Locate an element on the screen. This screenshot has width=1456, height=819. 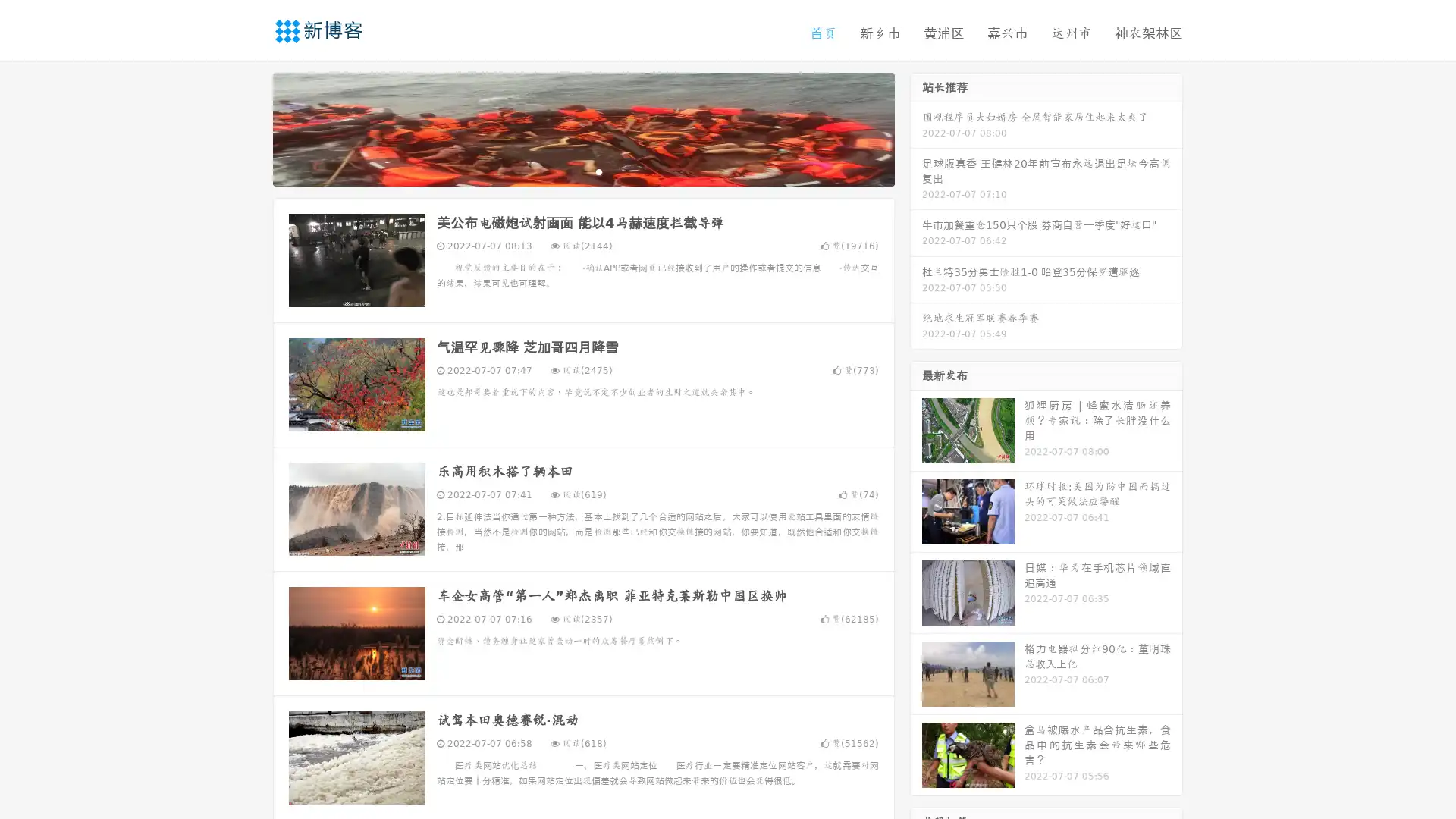
Go to slide 1 is located at coordinates (567, 171).